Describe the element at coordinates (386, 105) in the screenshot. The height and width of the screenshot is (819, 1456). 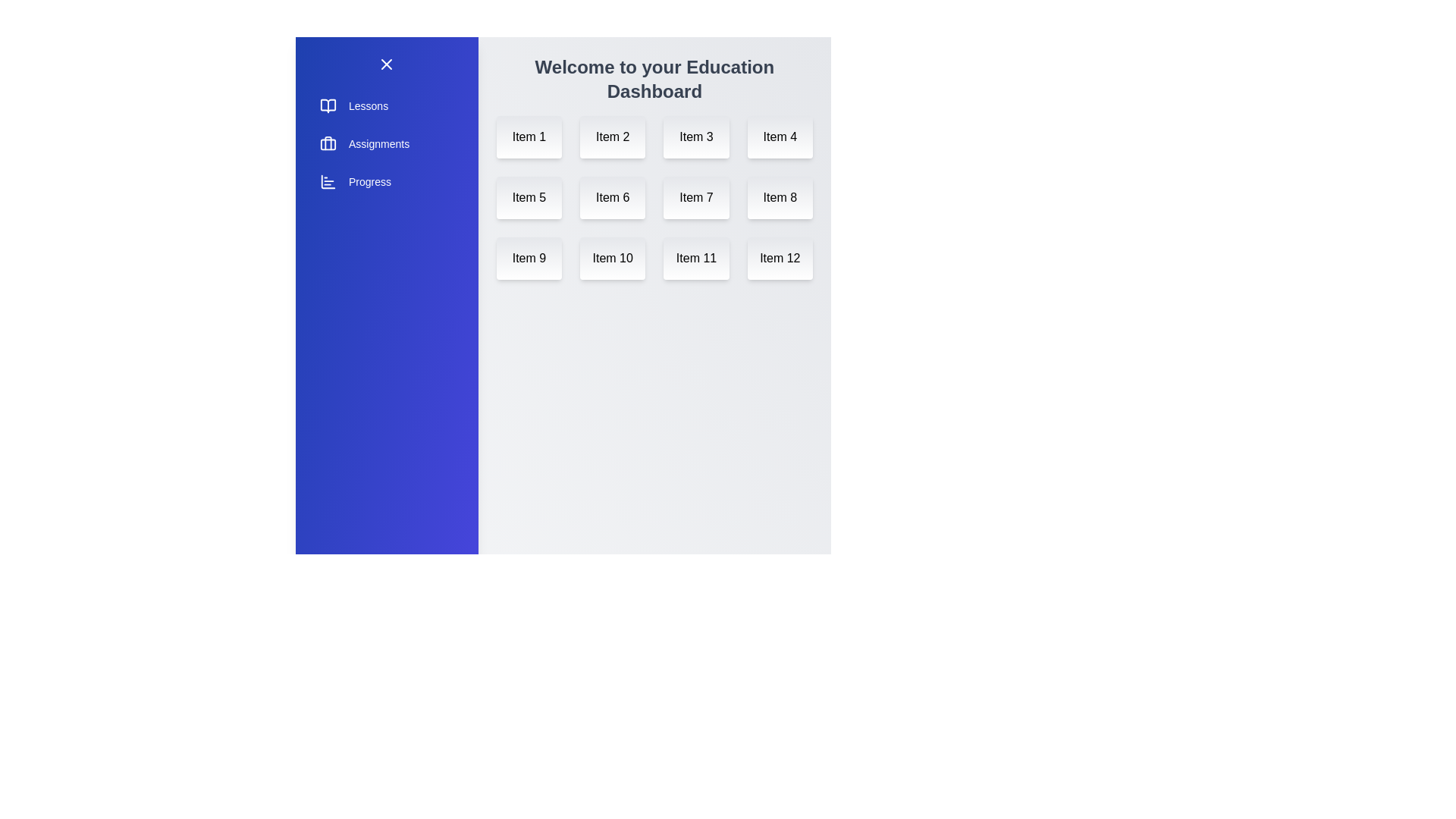
I see `the 'Lessons' option in the sidebar to navigate to the 'Lessons' section` at that location.